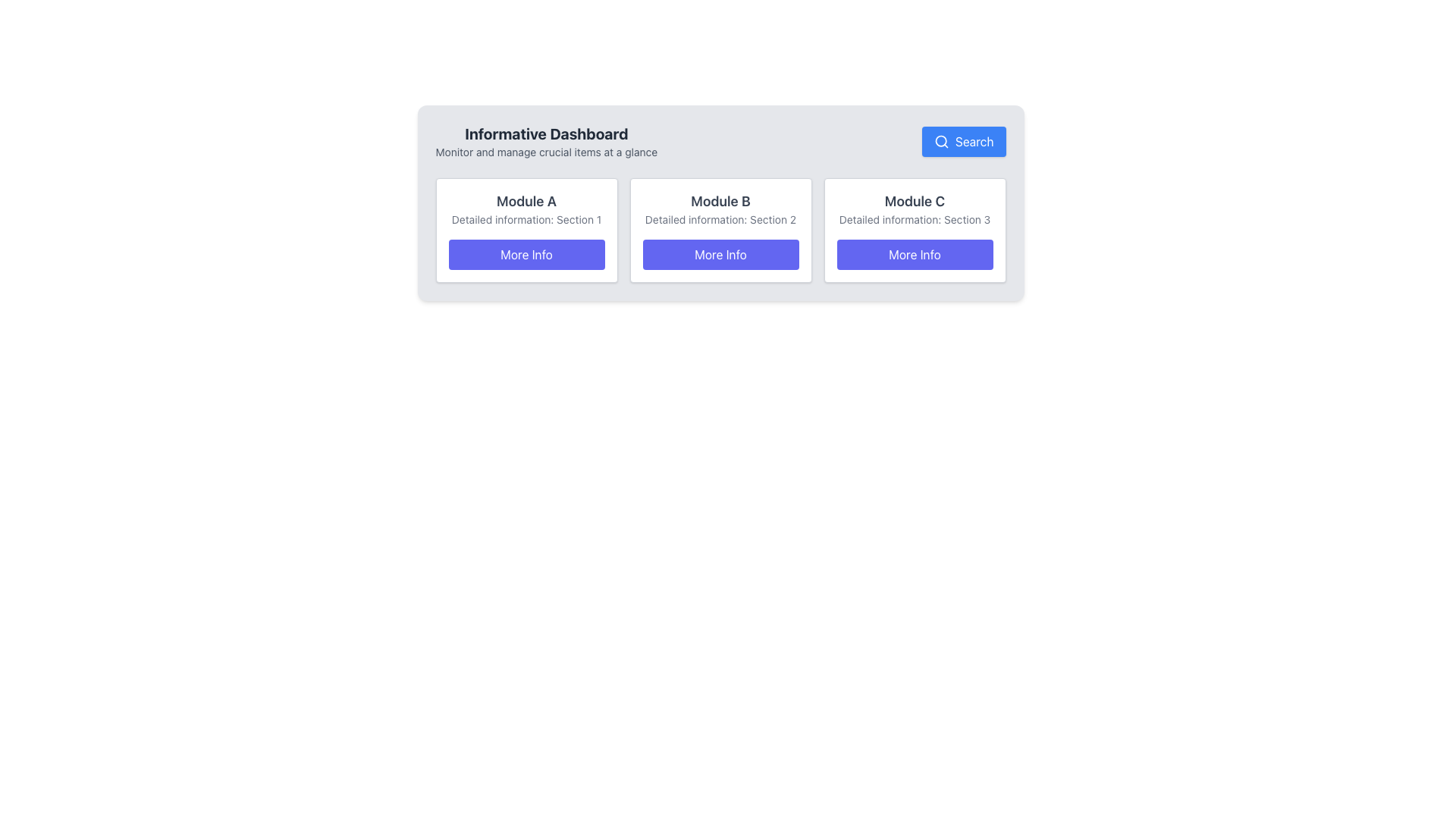 The image size is (1456, 819). Describe the element at coordinates (914, 253) in the screenshot. I see `the button located at the bottom of the white card under 'Module C'` at that location.